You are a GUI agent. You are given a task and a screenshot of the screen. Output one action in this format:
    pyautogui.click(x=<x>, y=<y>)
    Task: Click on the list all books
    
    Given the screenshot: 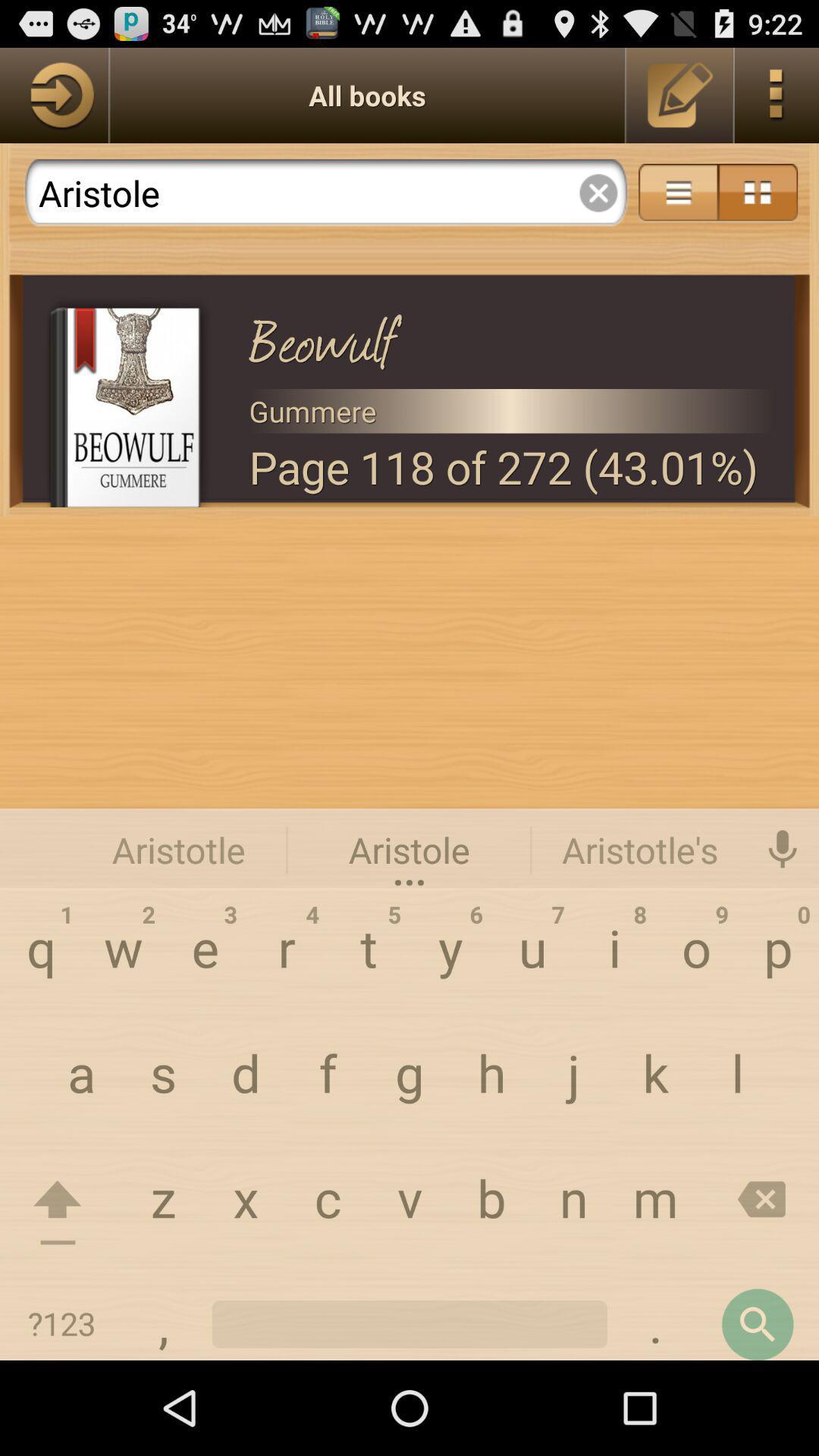 What is the action you would take?
    pyautogui.click(x=53, y=94)
    